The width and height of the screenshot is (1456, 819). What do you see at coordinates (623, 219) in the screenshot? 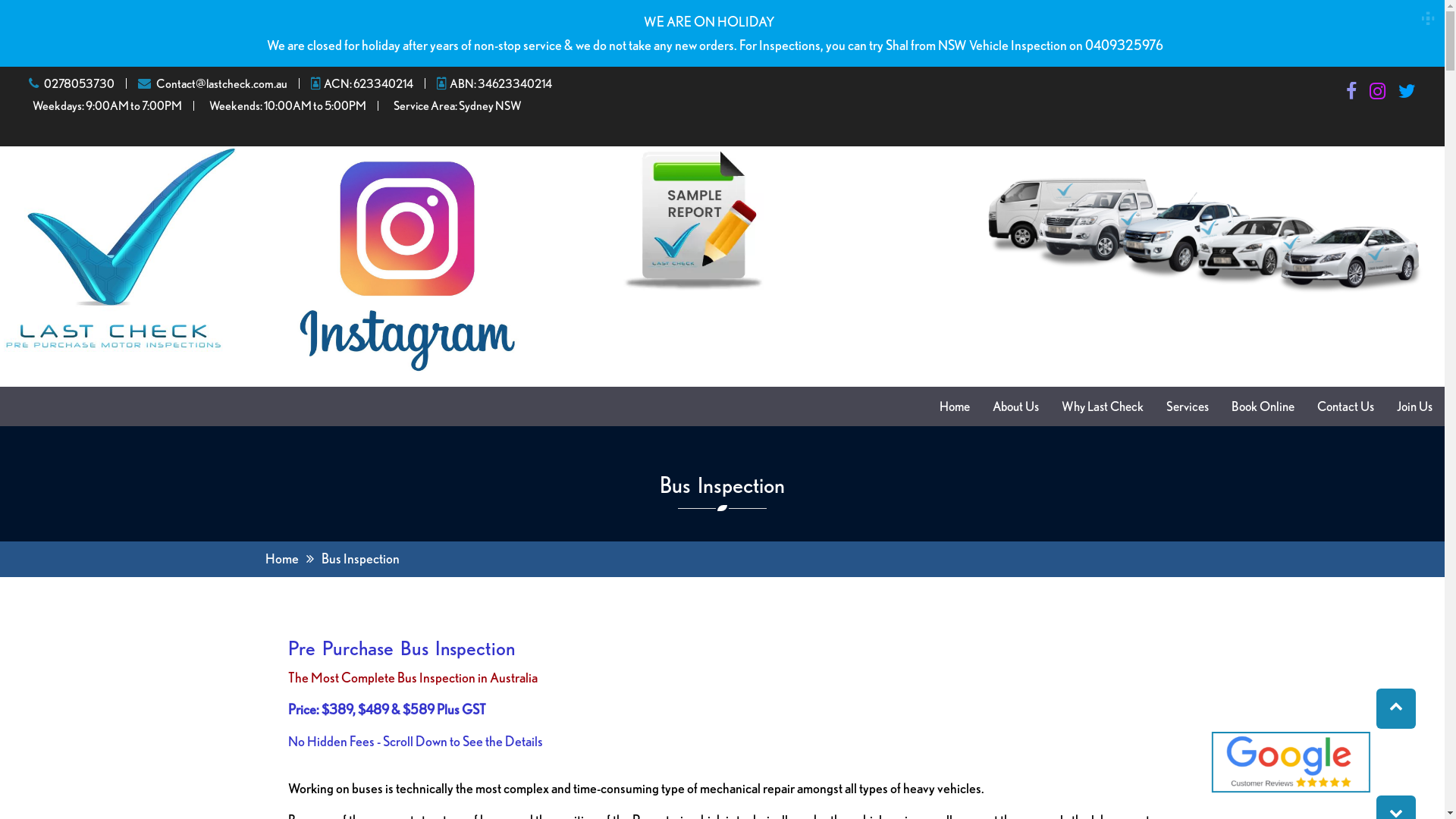
I see `'last-check-sample-vehicle-inspection-report-icon'` at bounding box center [623, 219].